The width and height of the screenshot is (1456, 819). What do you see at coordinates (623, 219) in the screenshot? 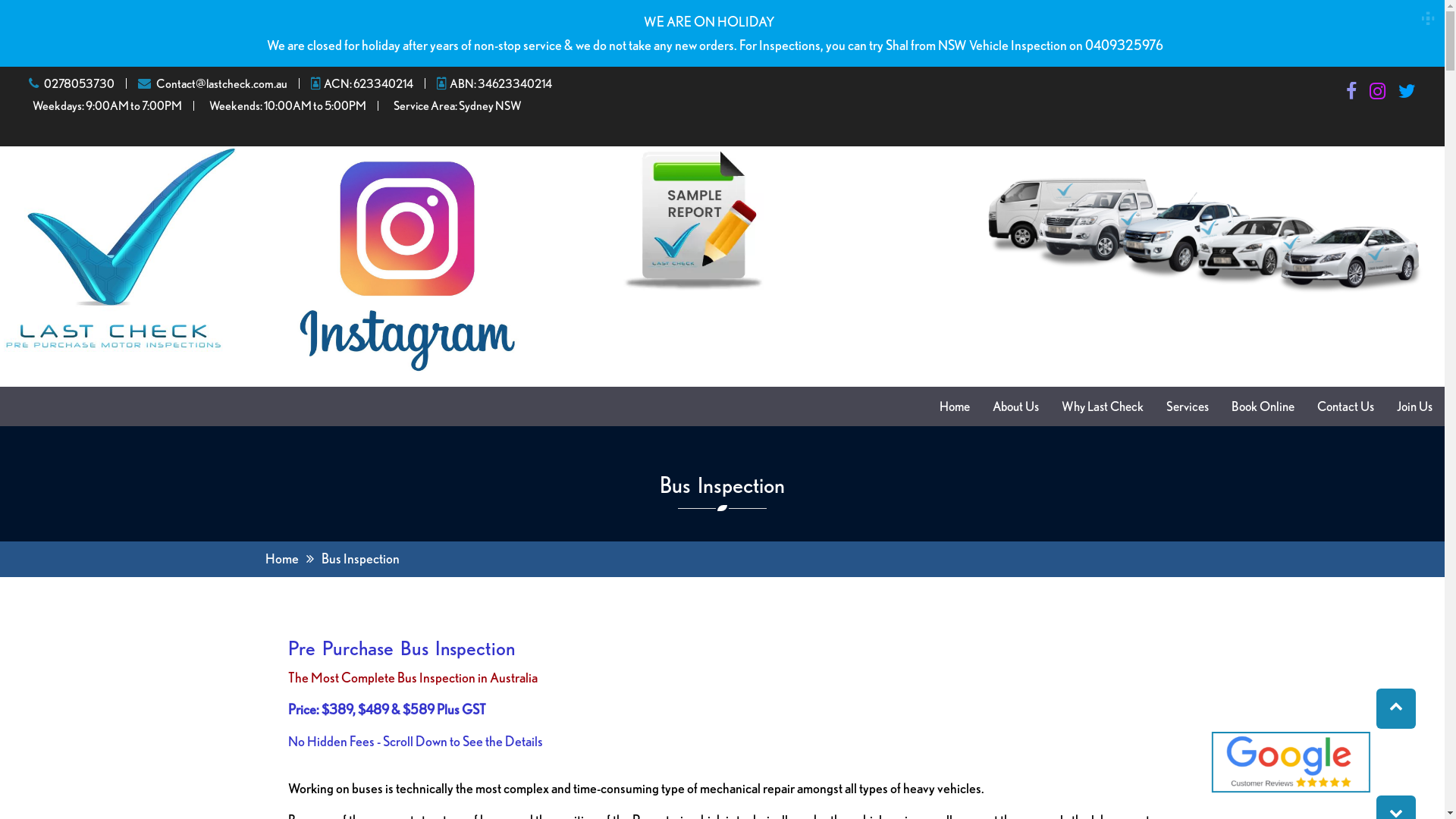
I see `'last-check-sample-vehicle-inspection-report-icon'` at bounding box center [623, 219].